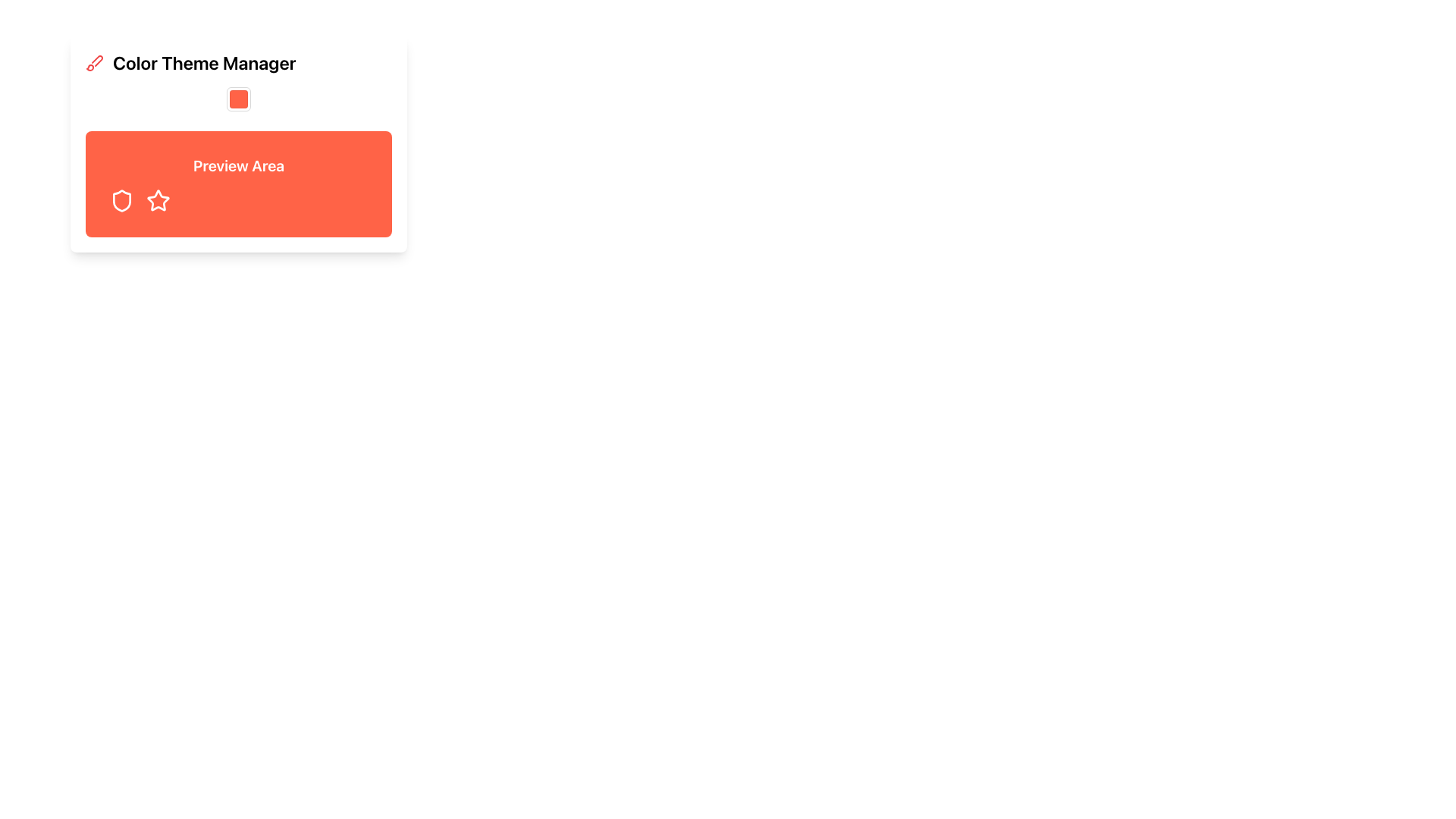  I want to click on the shield icon located in the lower section of the 'Color Theme Manager' card, positioned to the left of the star icon within the 'Preview Area', so click(122, 200).